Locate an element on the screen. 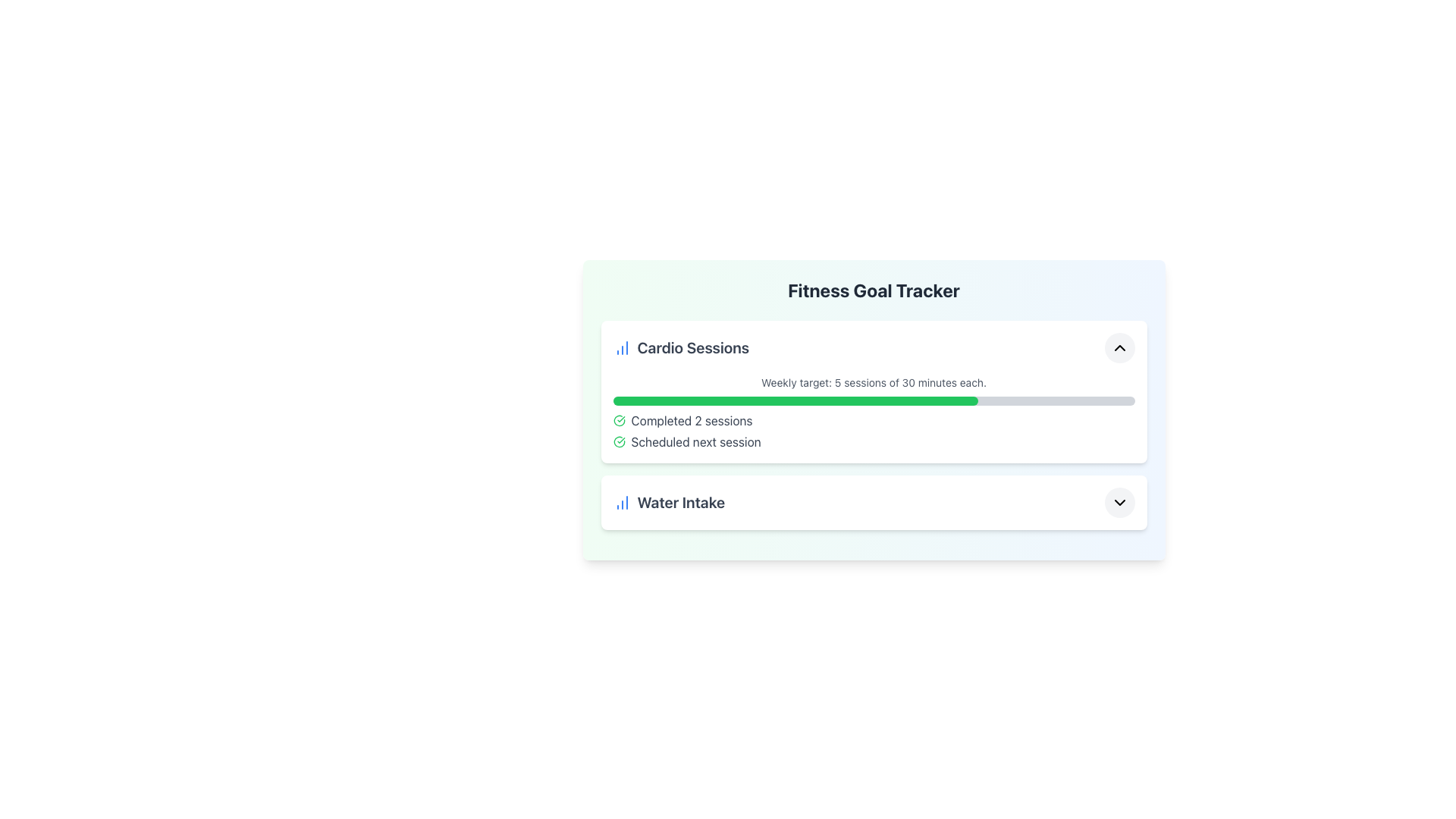  the upward-facing chevron icon within the circular button in the top-right area of the 'Cardio Sessions' card is located at coordinates (1119, 348).